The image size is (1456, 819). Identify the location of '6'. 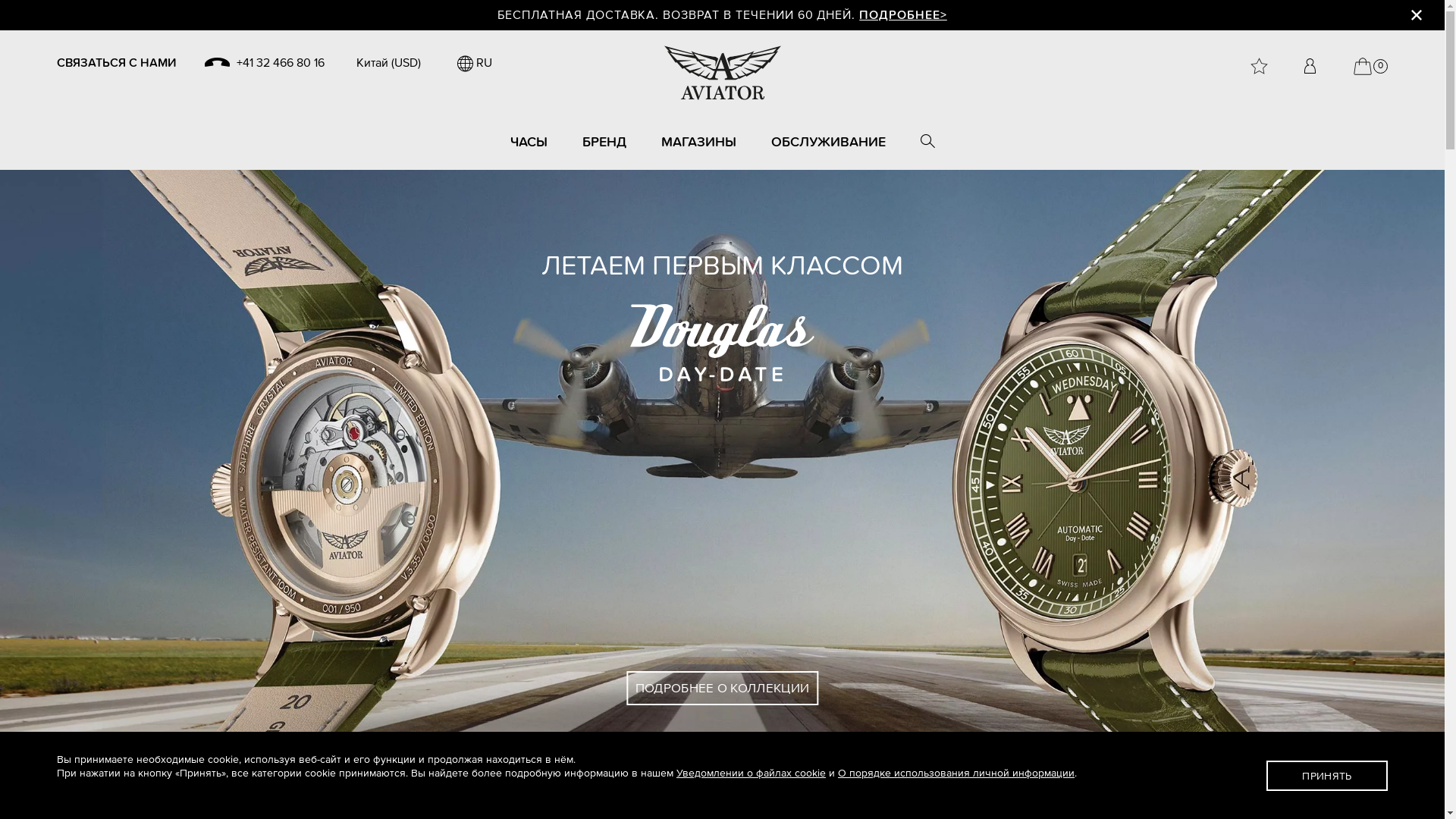
(755, 781).